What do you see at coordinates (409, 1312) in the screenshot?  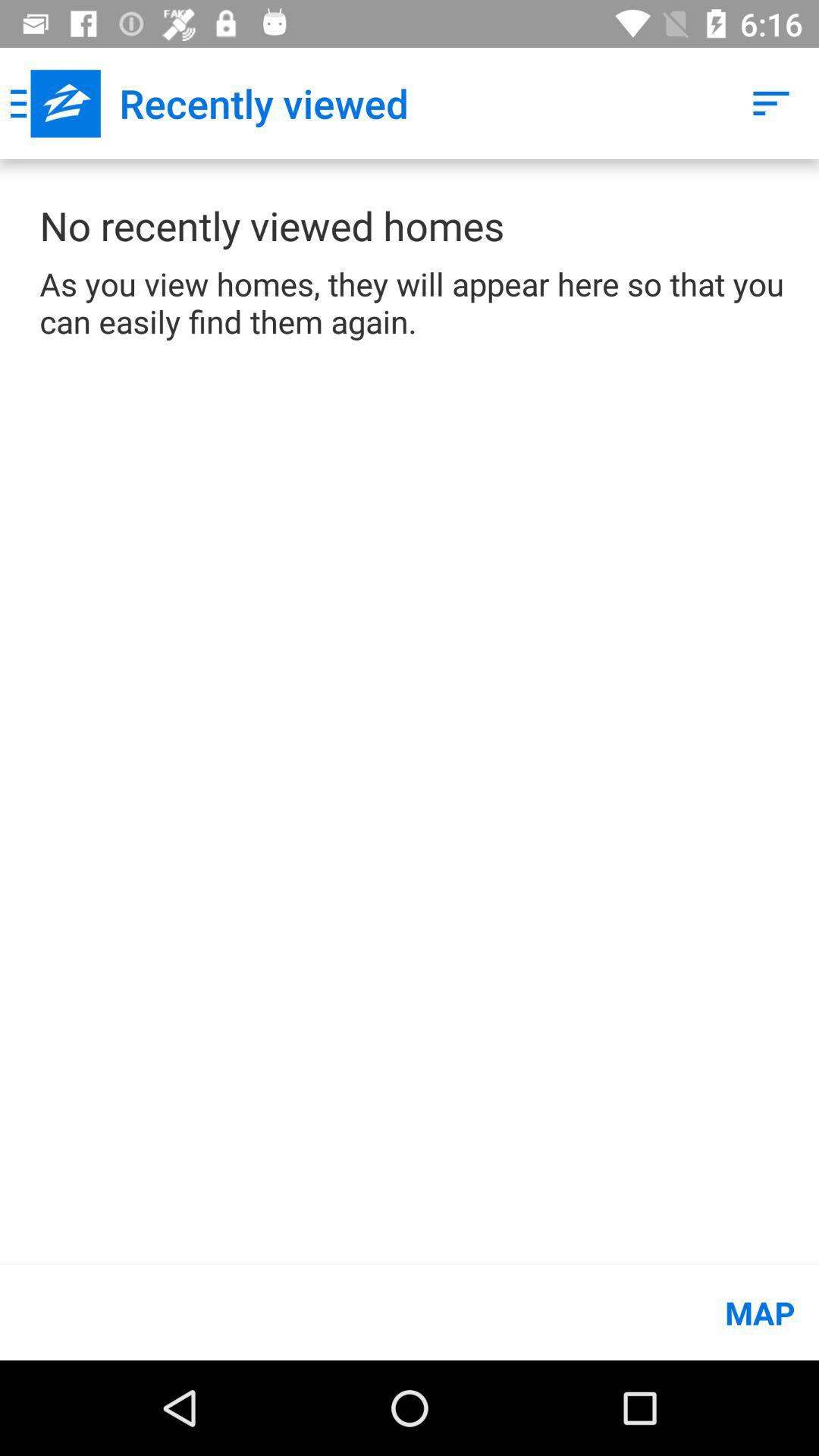 I see `the map icon` at bounding box center [409, 1312].